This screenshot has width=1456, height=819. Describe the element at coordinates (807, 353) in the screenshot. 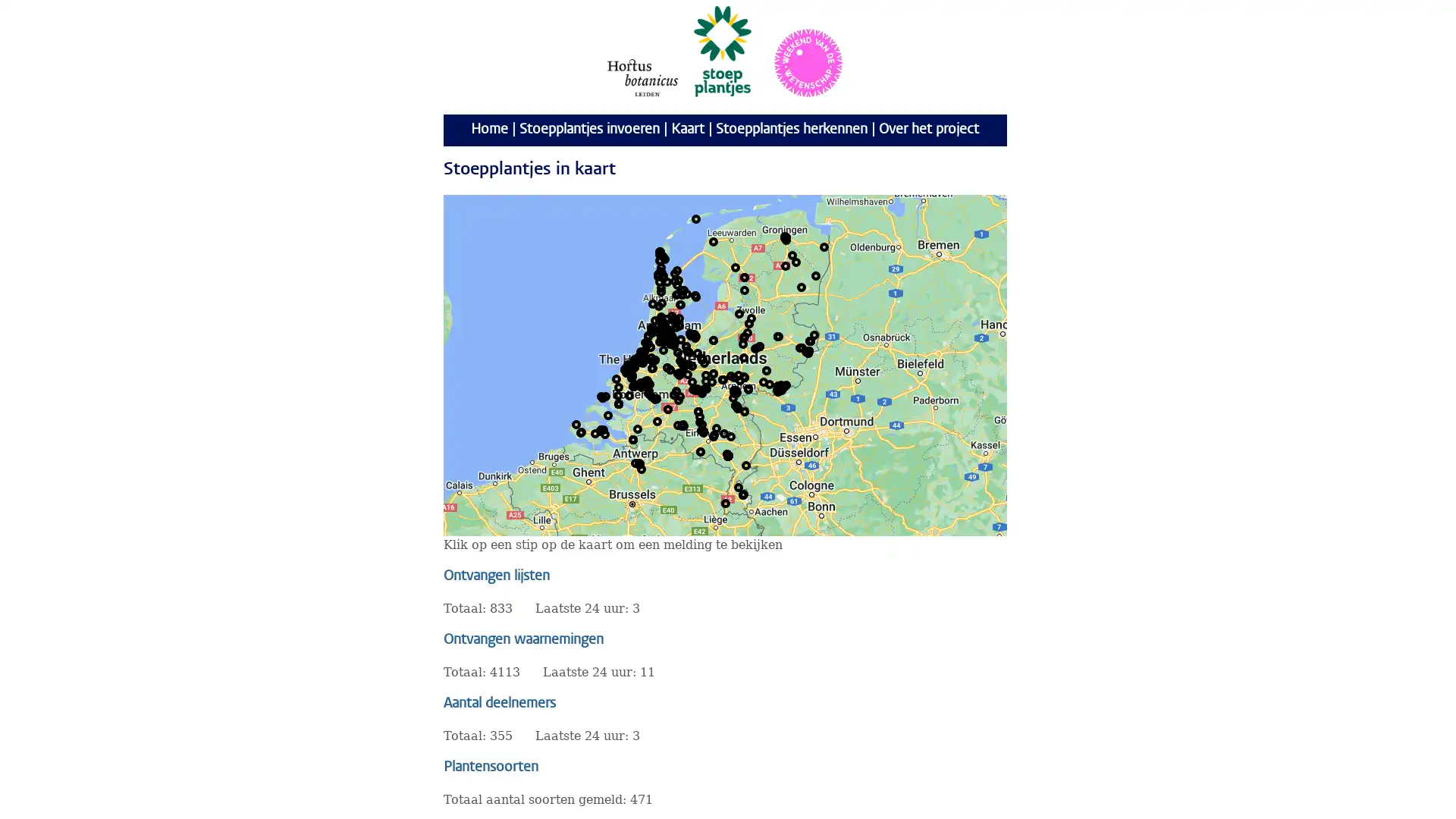

I see `Telling van Marcel Meijer Hof op 19 januari 2022` at that location.